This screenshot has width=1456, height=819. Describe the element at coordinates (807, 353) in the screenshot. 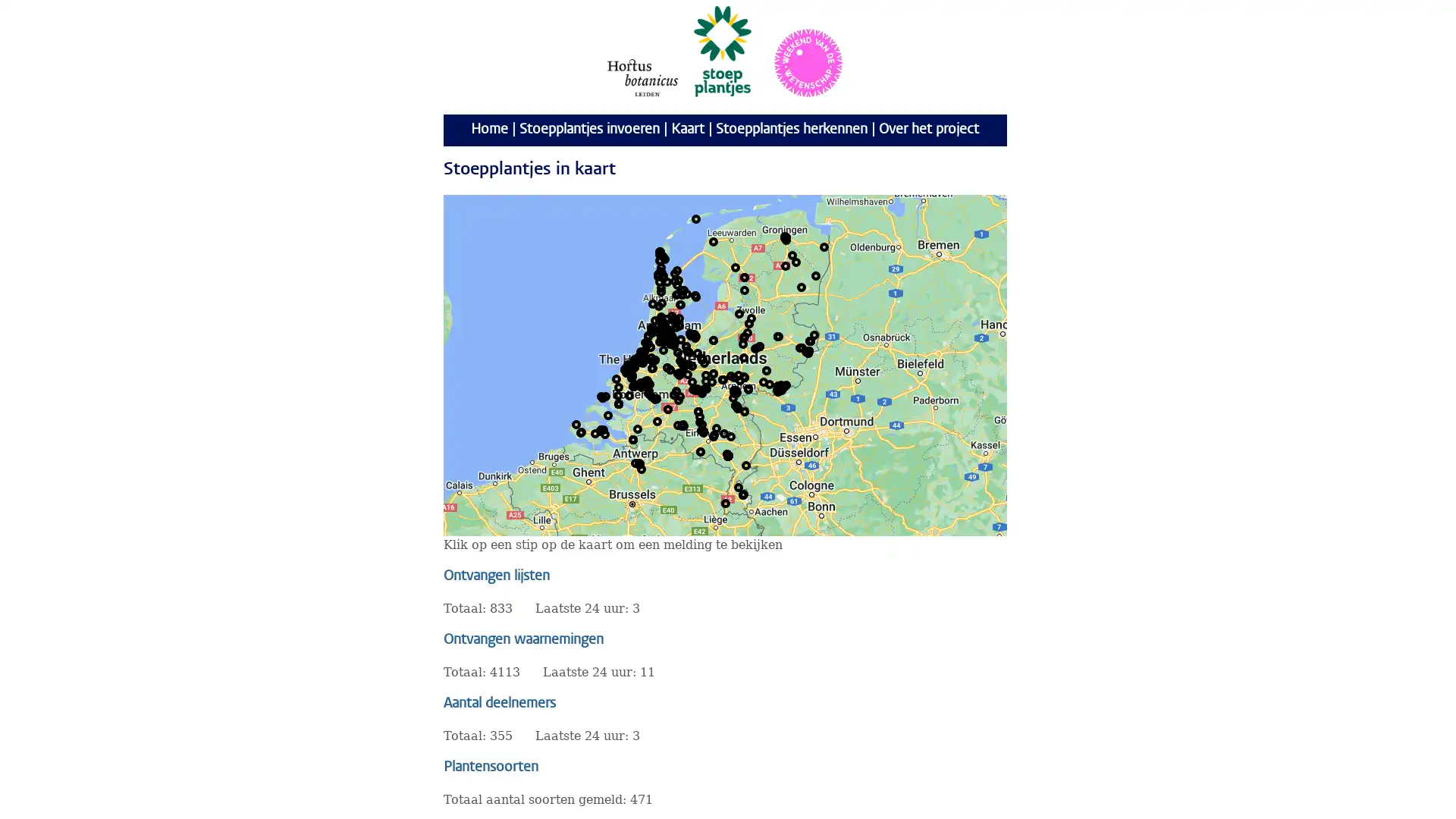

I see `Telling van Marcel Meijer Hof op 19 januari 2022` at that location.